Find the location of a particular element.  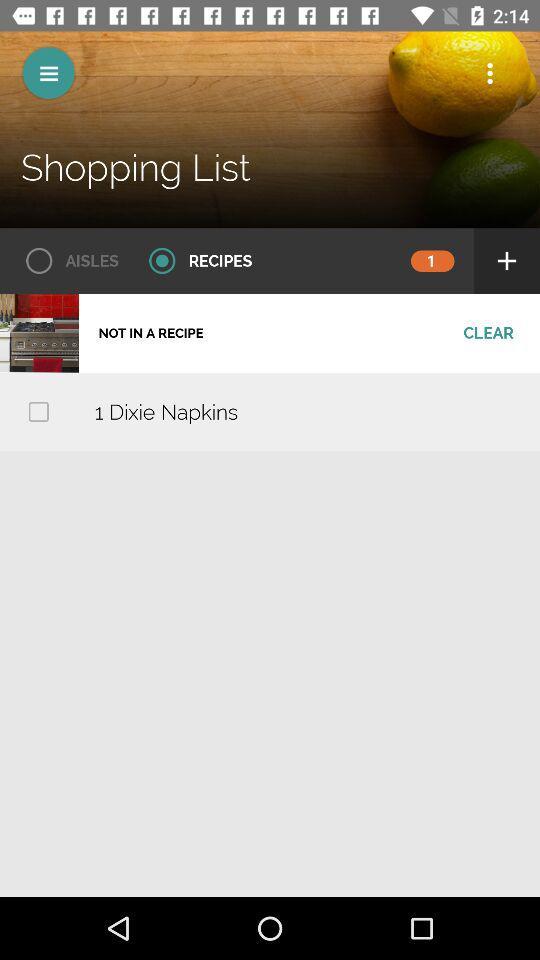

item next to not in a item is located at coordinates (487, 333).